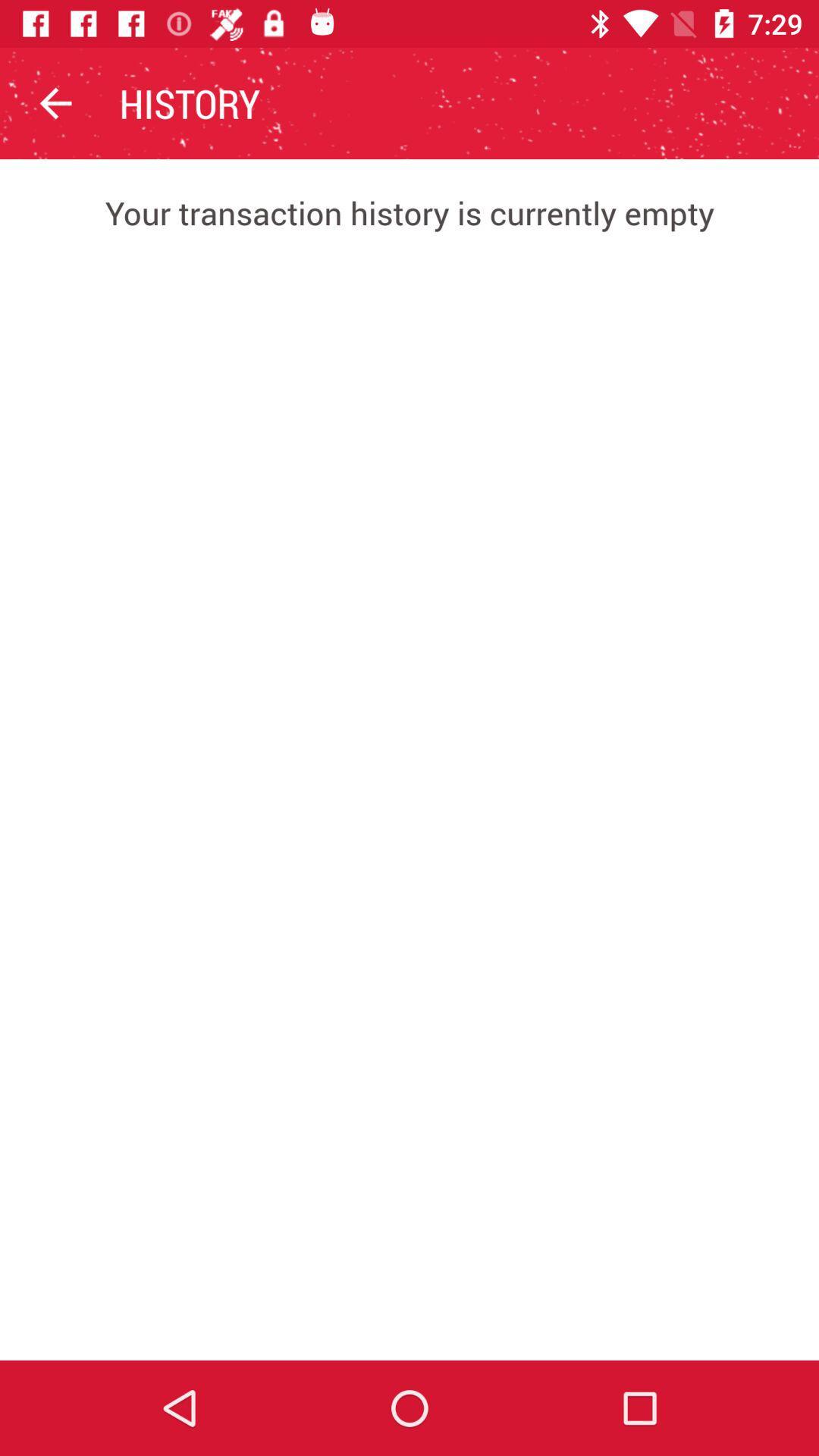 The width and height of the screenshot is (819, 1456). Describe the element at coordinates (55, 102) in the screenshot. I see `the app to the left of history` at that location.